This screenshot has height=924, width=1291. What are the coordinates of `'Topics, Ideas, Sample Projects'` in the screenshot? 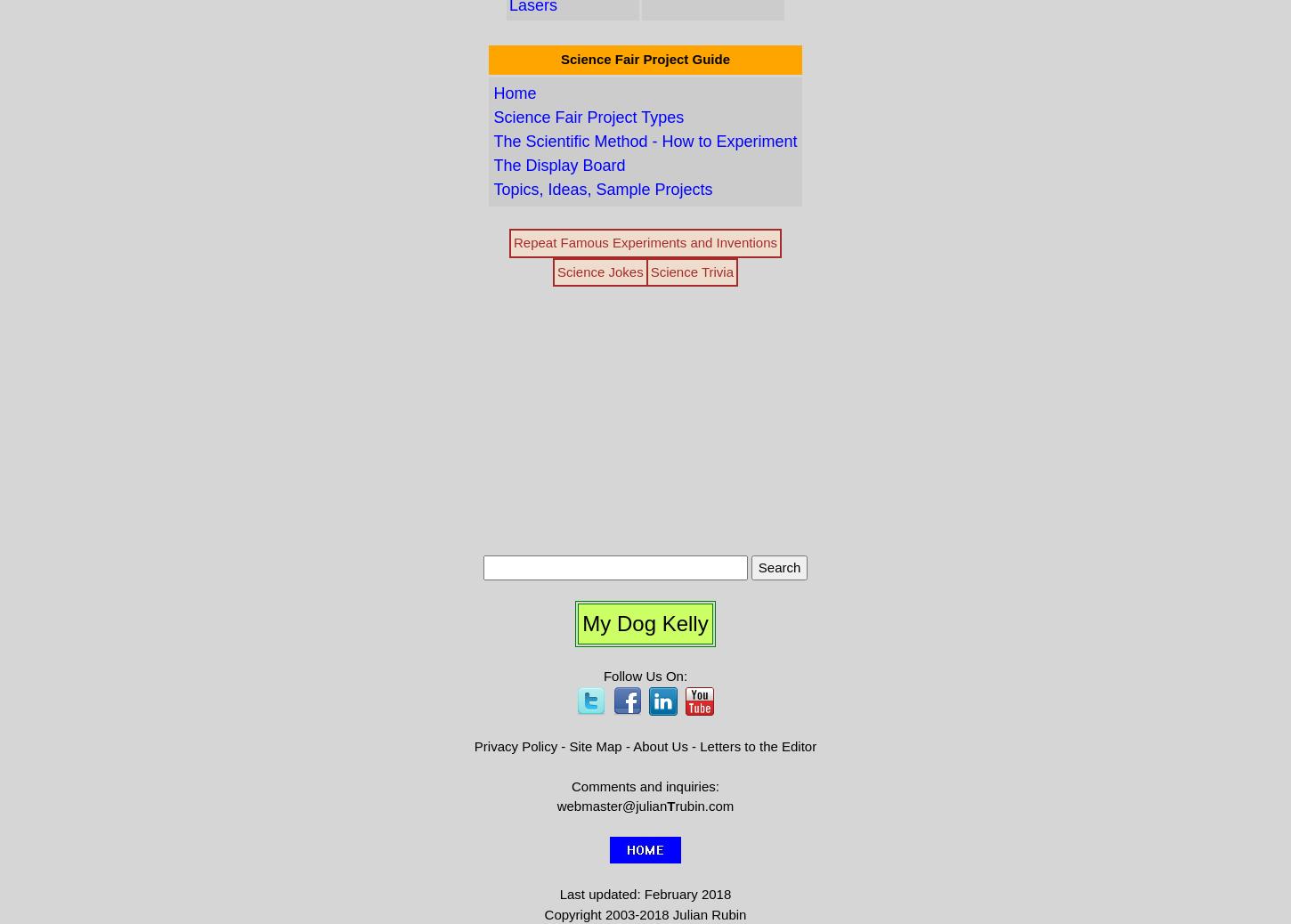 It's located at (602, 187).